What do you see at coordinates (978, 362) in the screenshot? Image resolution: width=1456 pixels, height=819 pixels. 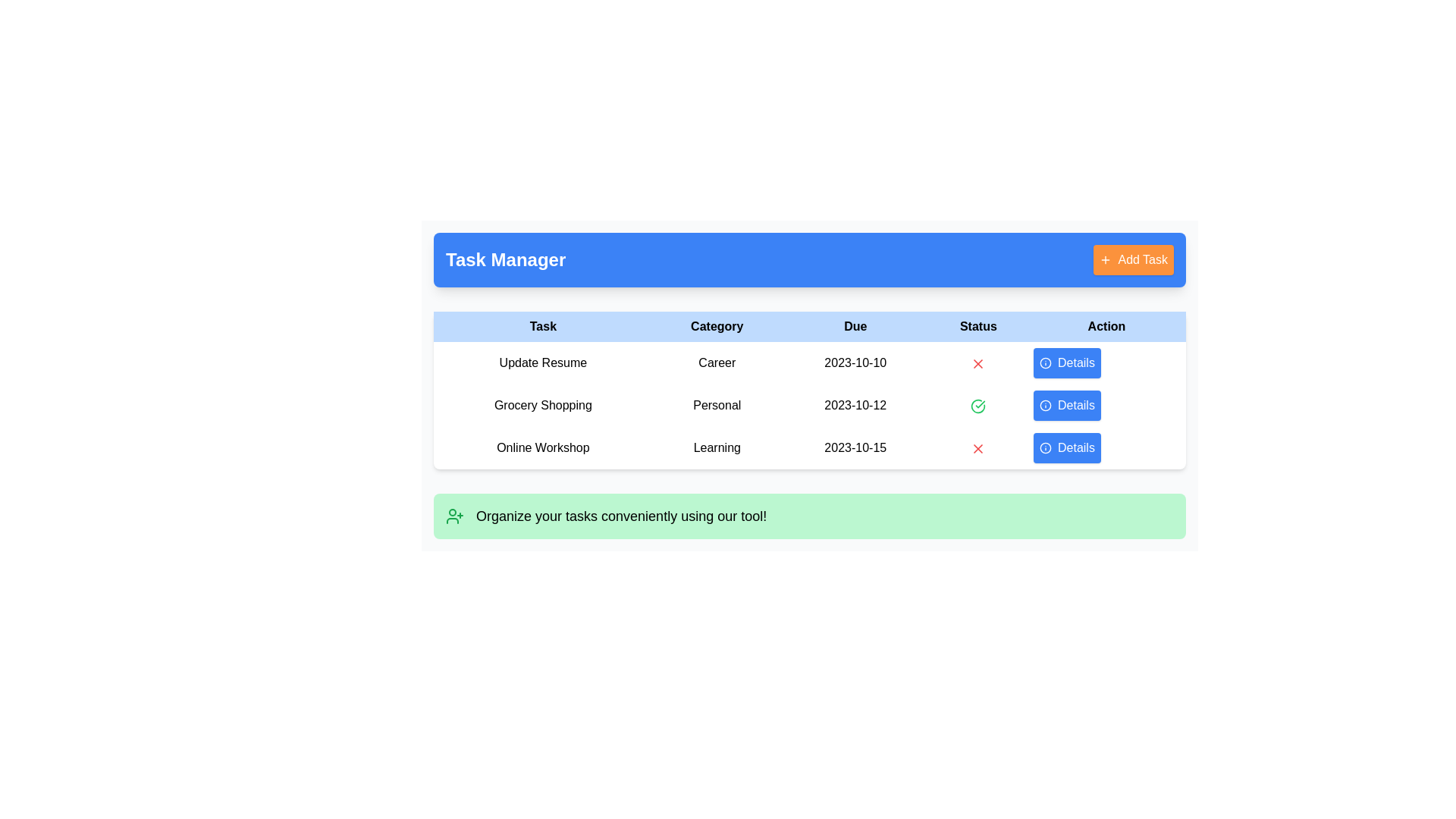 I see `the red cross icon indicating a negative status in the first row of the Status column, adjacent to the '2023-10-10' text and left of the 'Details' button` at bounding box center [978, 362].